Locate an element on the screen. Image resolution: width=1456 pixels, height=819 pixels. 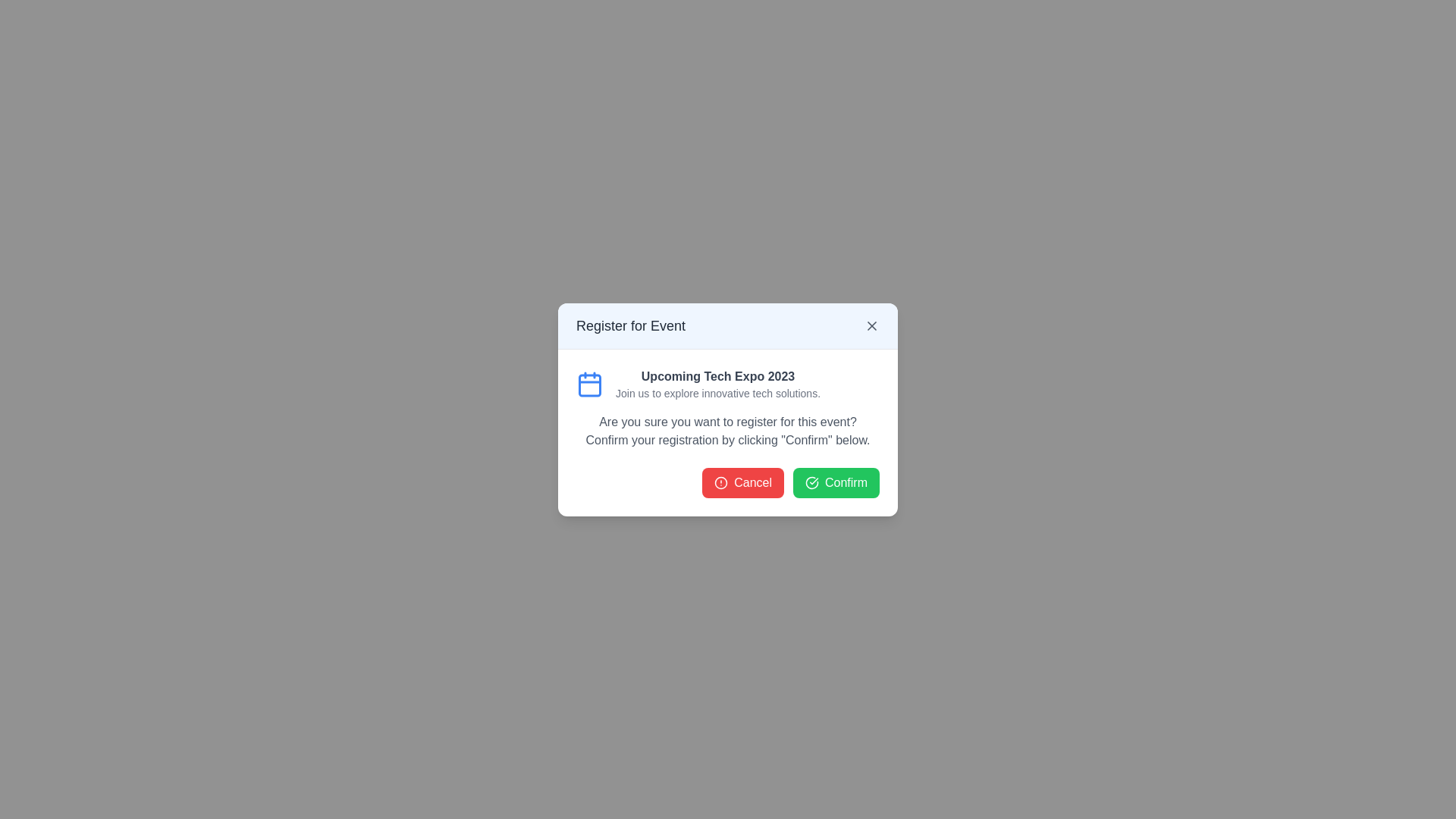
the 'Confirm' button, which is a rectangular button with a green background, white text, and a checkmark icon on the left, located at the bottom-right side of the modal is located at coordinates (836, 482).